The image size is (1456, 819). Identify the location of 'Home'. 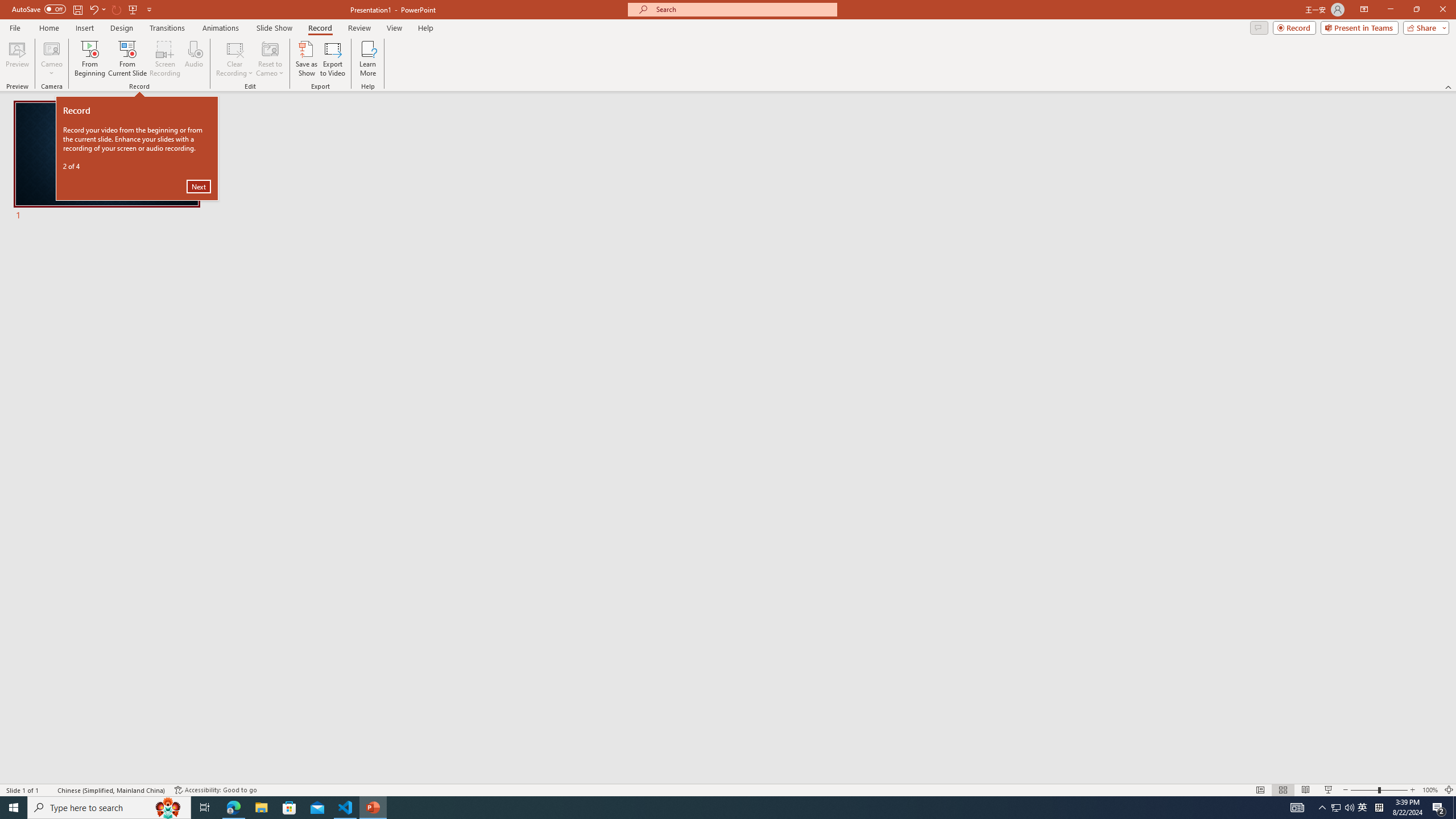
(48, 28).